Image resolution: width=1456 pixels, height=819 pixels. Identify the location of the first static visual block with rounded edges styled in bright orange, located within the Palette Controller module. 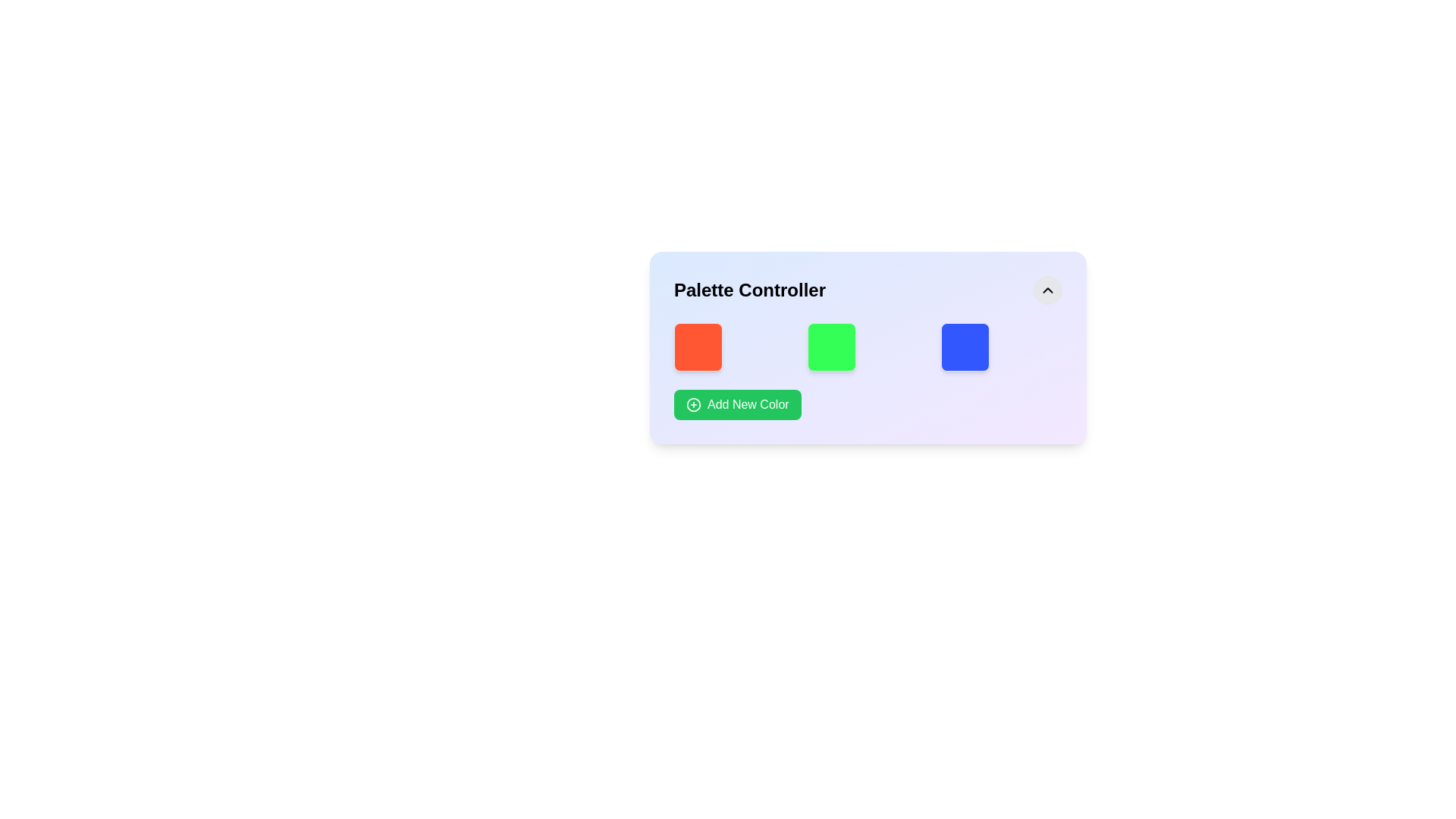
(698, 347).